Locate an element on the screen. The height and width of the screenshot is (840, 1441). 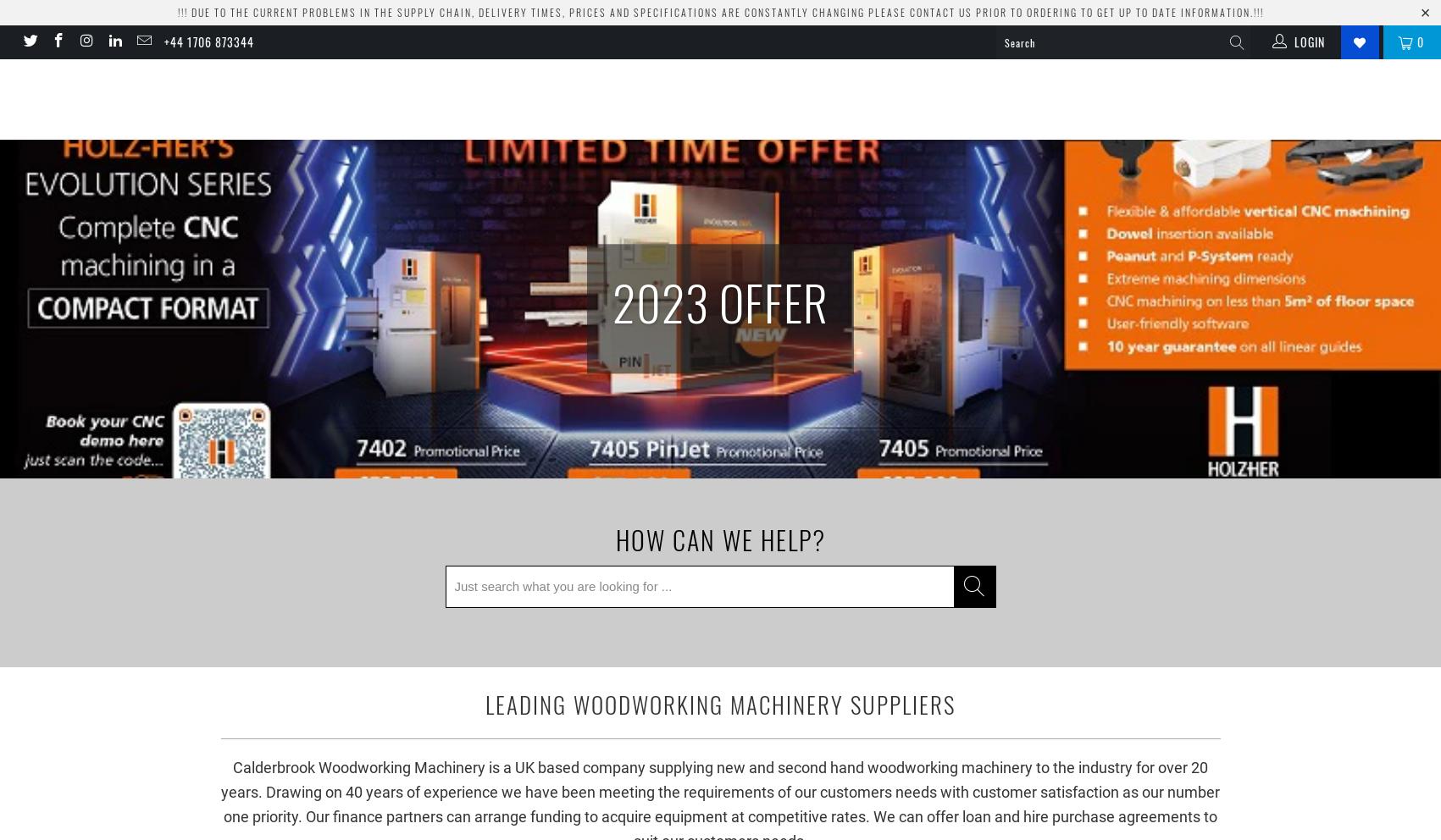
'About' is located at coordinates (1315, 97).